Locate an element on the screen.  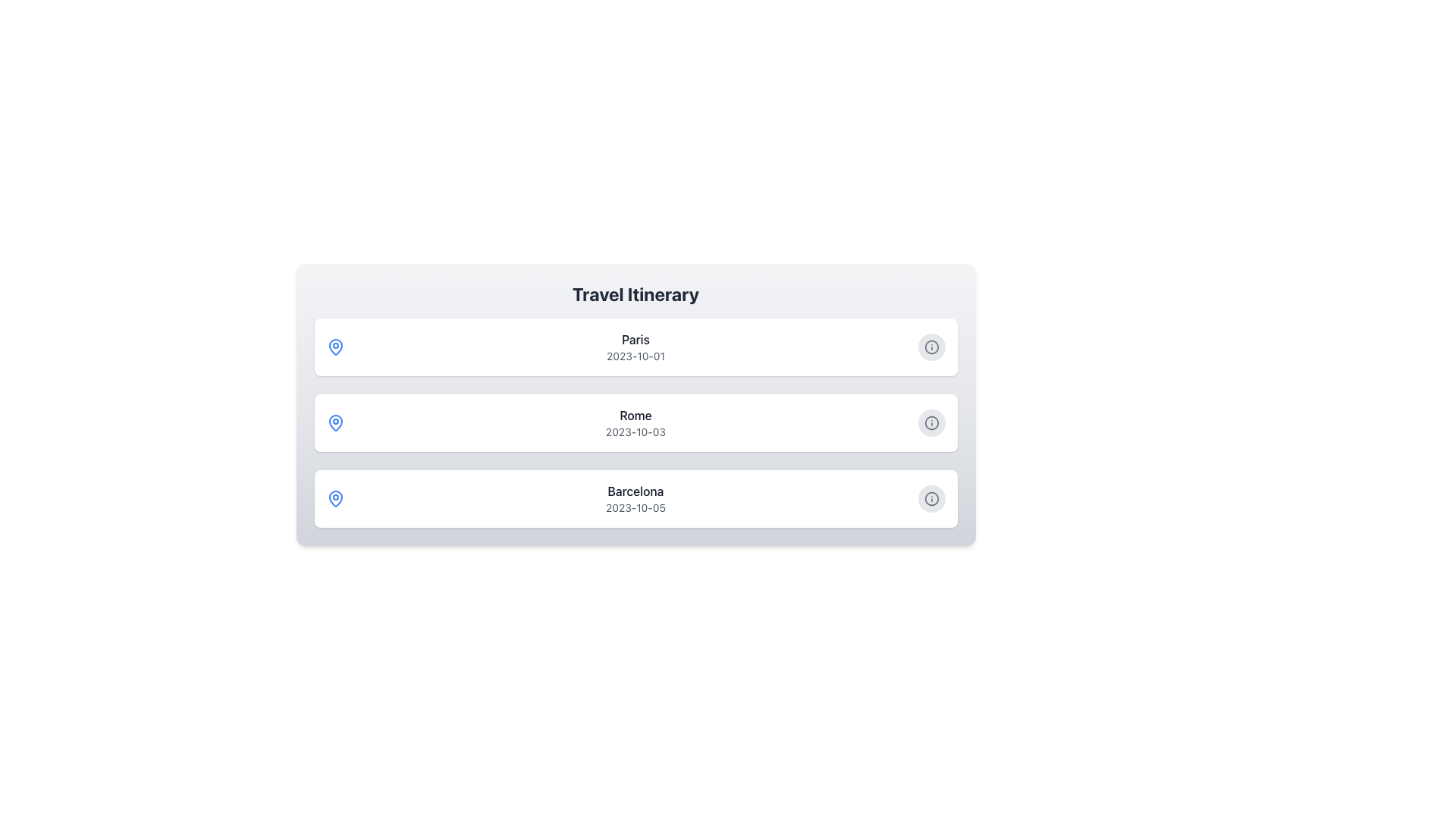
displayed text of the itinerary item for 'Rome' dated '2023-10-03', which is located in the middle of a list between entries for 'Paris' and 'Barcelona' is located at coordinates (635, 423).